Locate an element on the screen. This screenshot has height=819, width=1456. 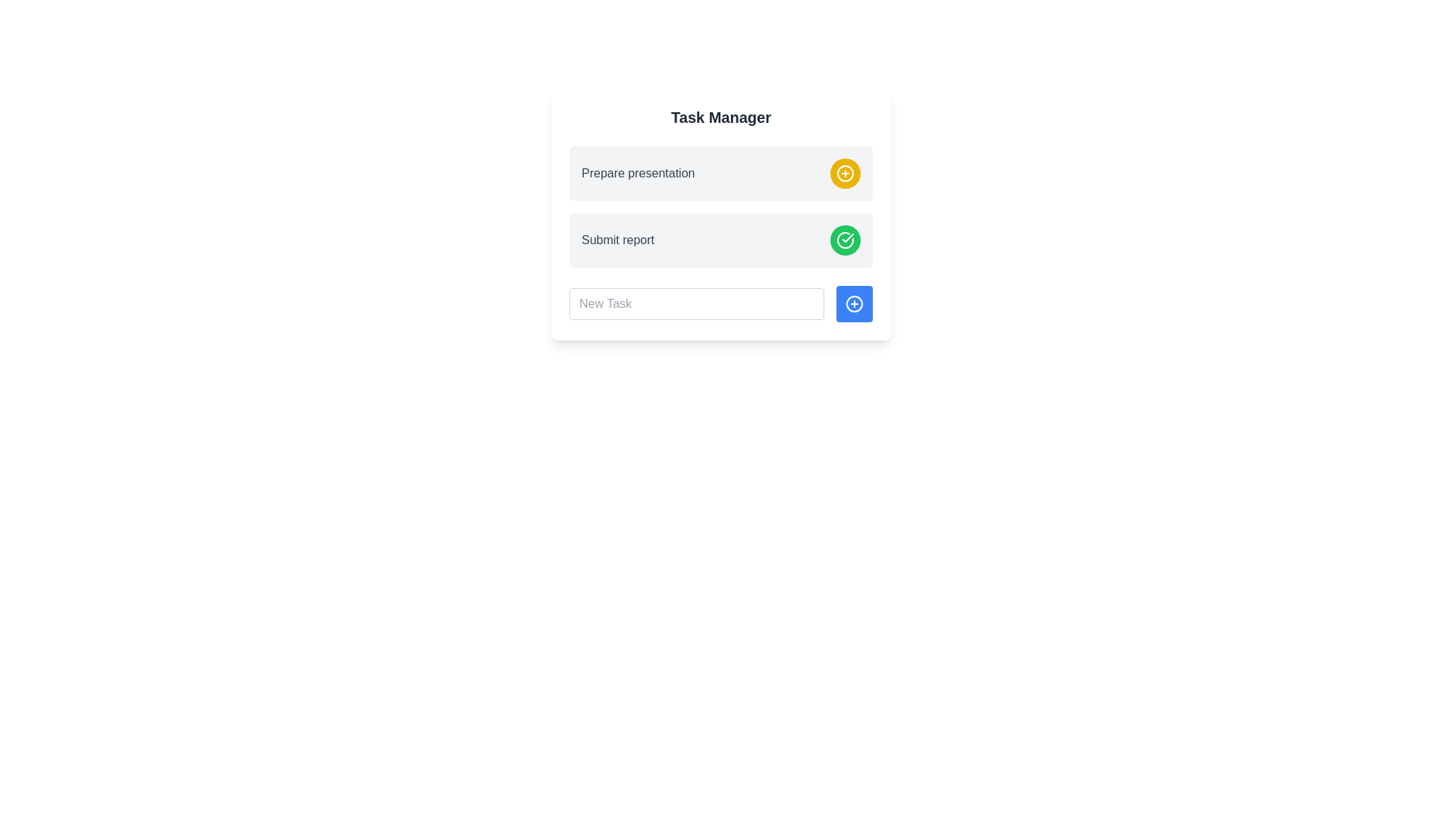
the icon button located in the bottom-right corner of the interface, next to the 'New Task' input field is located at coordinates (855, 304).